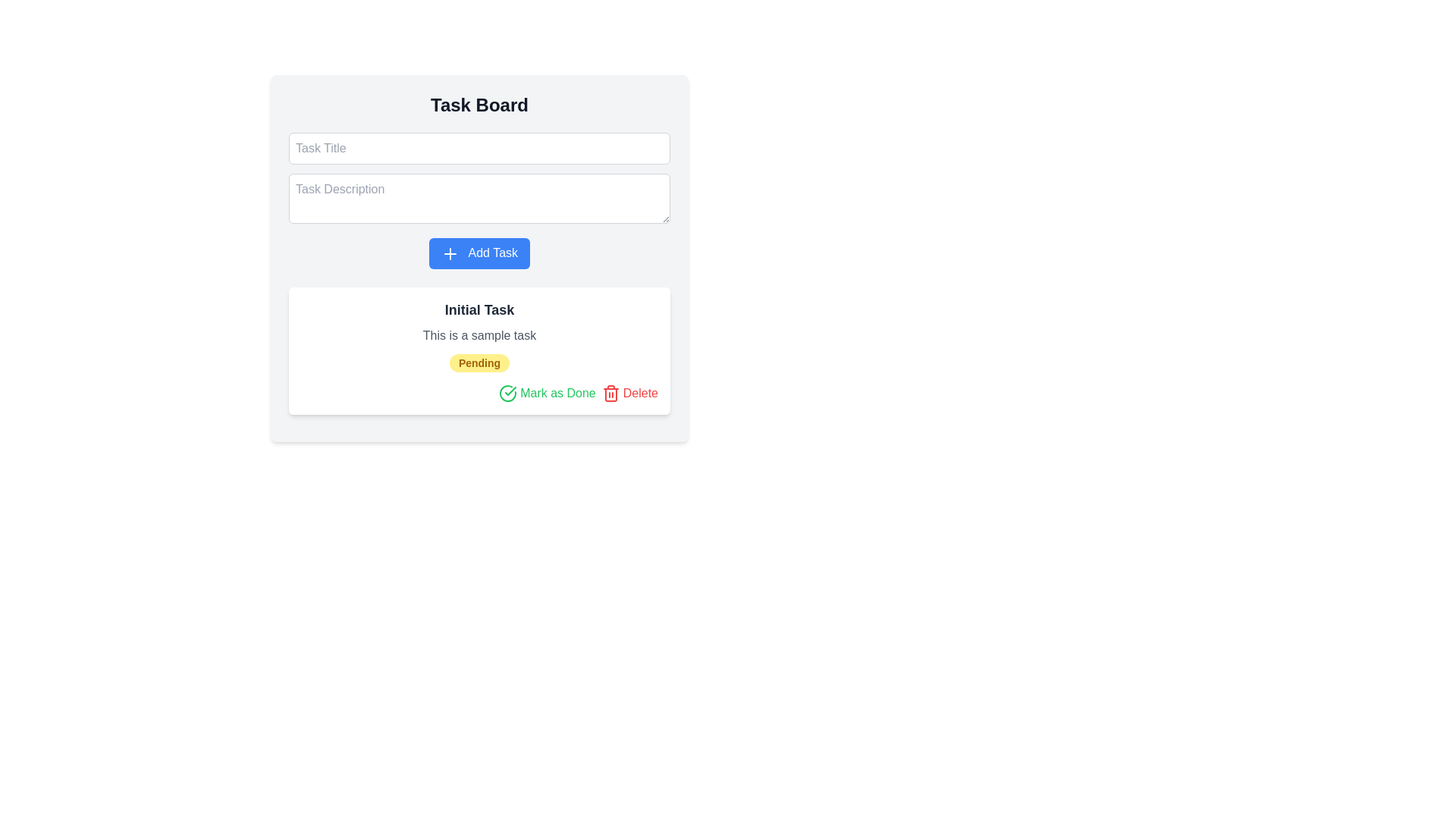  I want to click on the 'Delete' button in the row of buttons located at the bottom-right corner of the 'Initial Task' card, so click(479, 392).